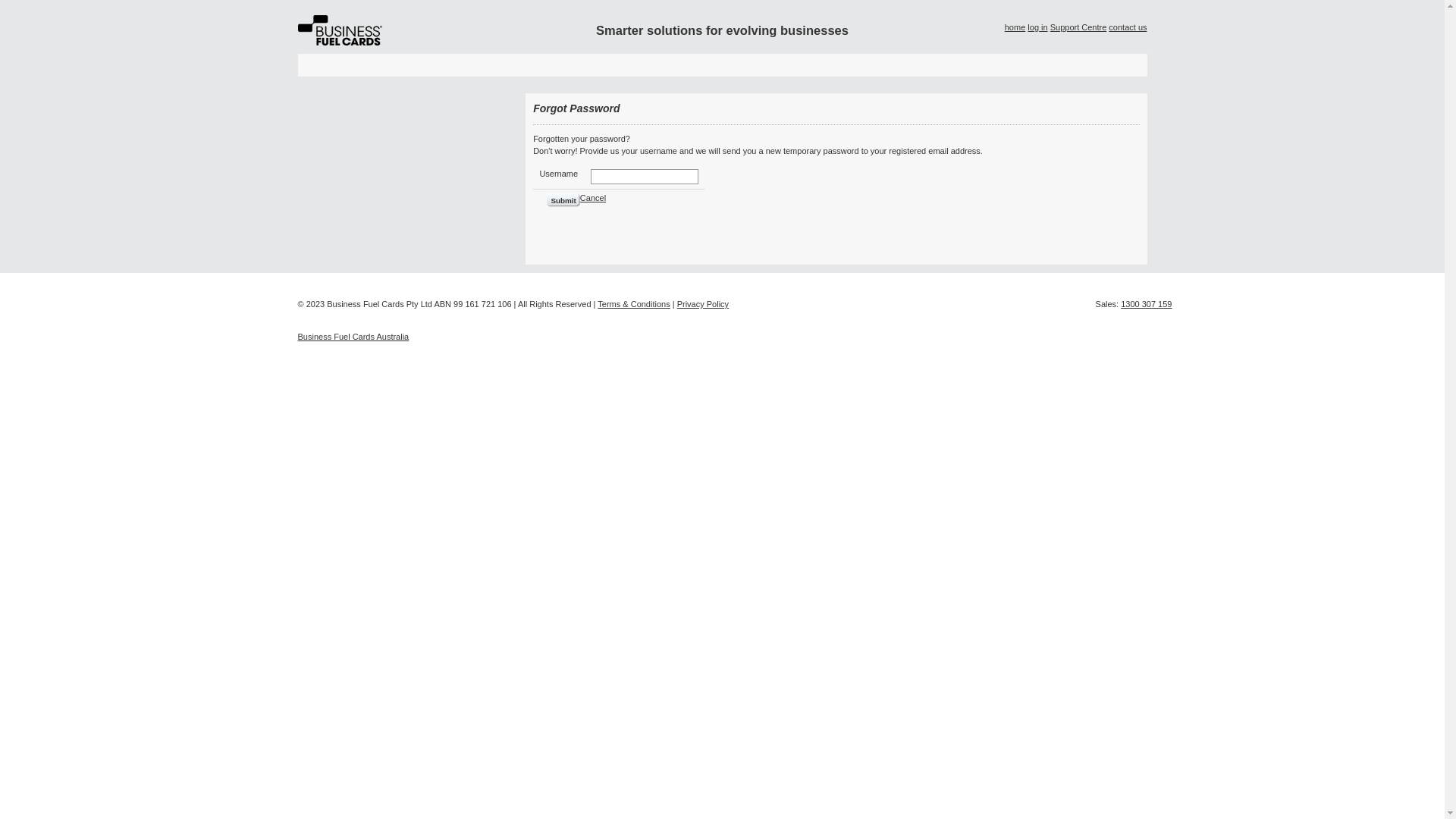 Image resolution: width=1456 pixels, height=819 pixels. I want to click on '1300 307 159', so click(1146, 304).